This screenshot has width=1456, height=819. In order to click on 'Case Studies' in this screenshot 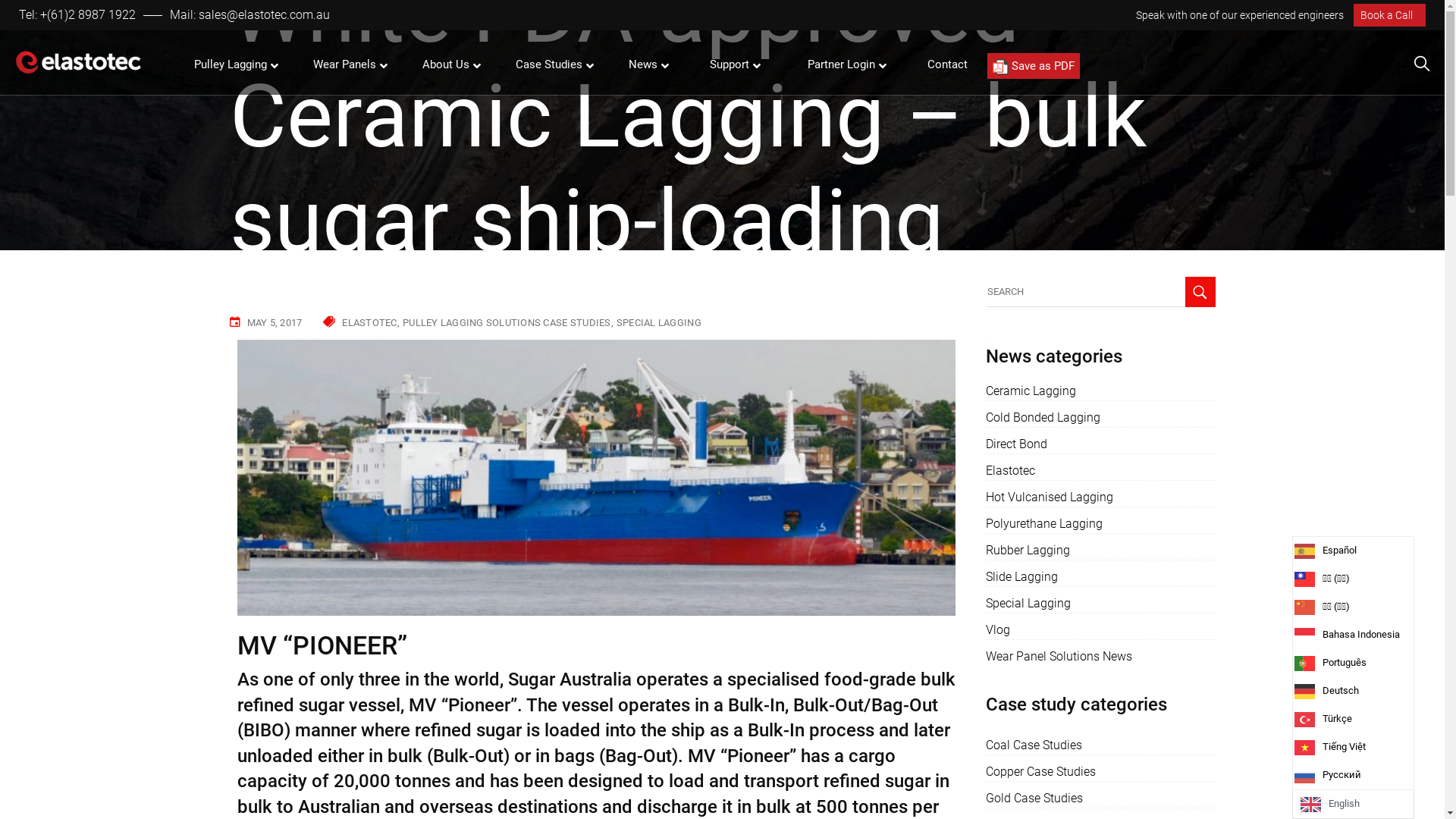, I will do `click(550, 64)`.